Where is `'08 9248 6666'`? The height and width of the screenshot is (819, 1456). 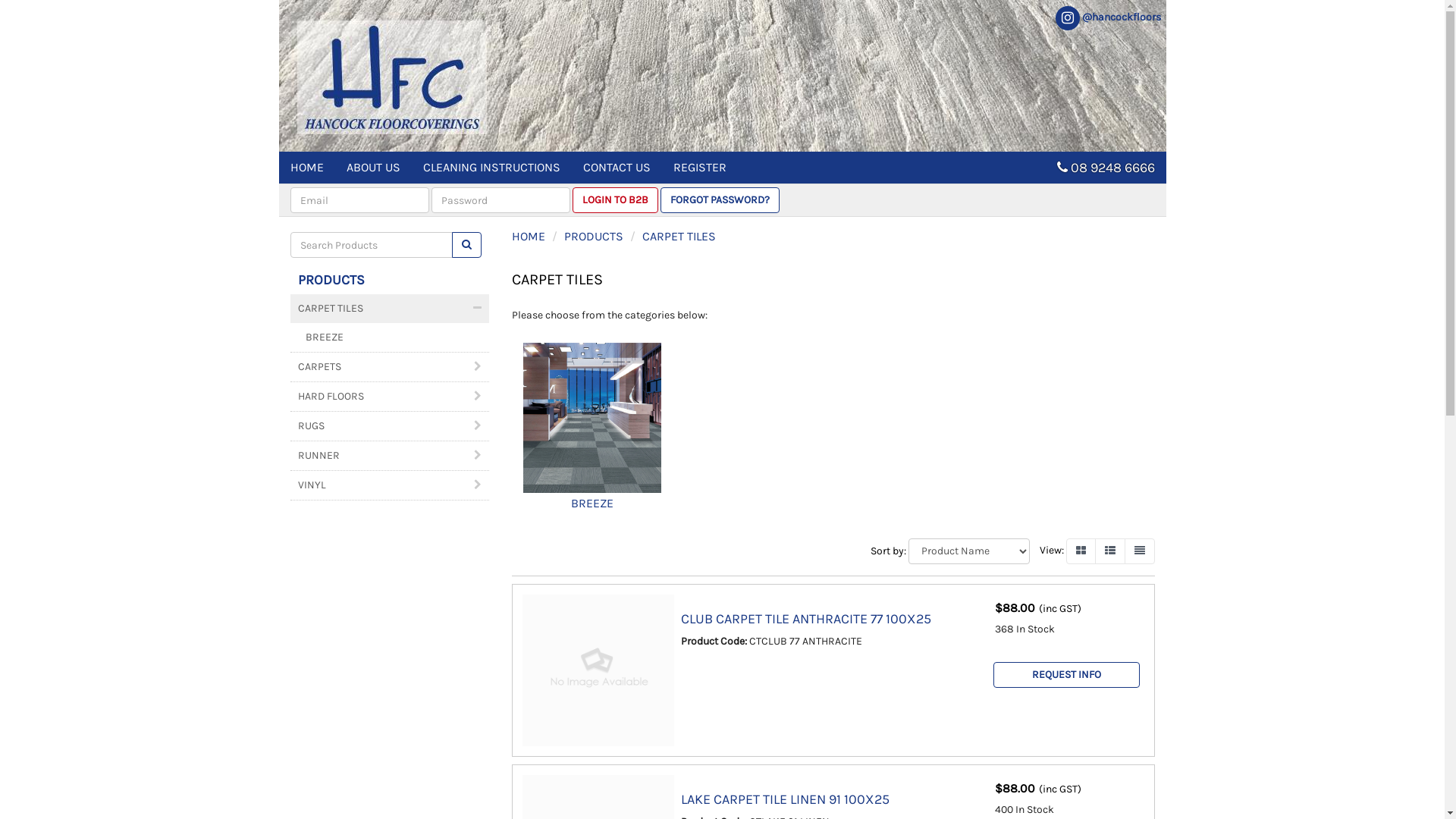 '08 9248 6666' is located at coordinates (1069, 167).